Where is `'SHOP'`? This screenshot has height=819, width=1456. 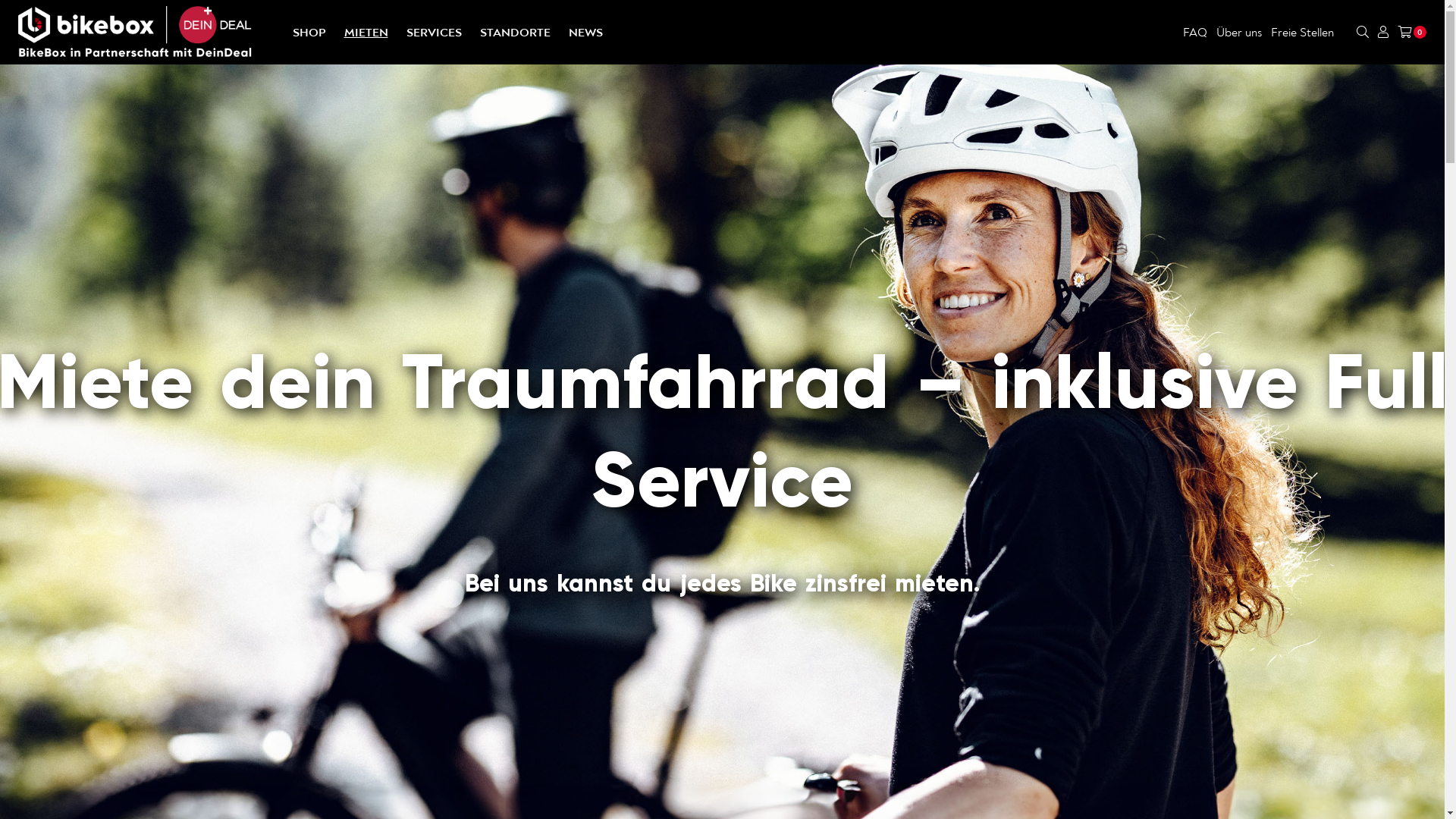 'SHOP' is located at coordinates (292, 32).